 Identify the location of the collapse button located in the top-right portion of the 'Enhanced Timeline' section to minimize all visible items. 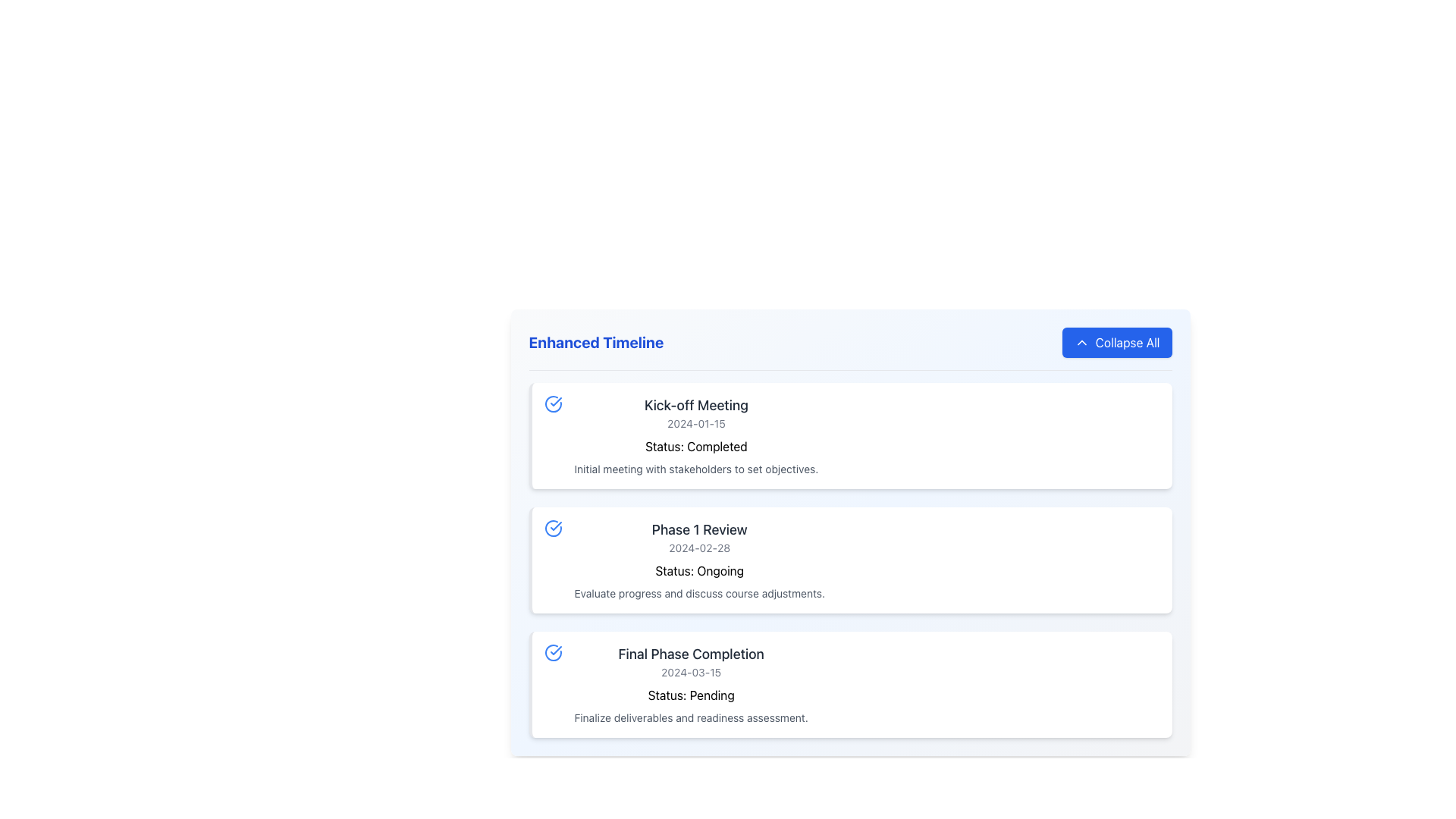
(1117, 342).